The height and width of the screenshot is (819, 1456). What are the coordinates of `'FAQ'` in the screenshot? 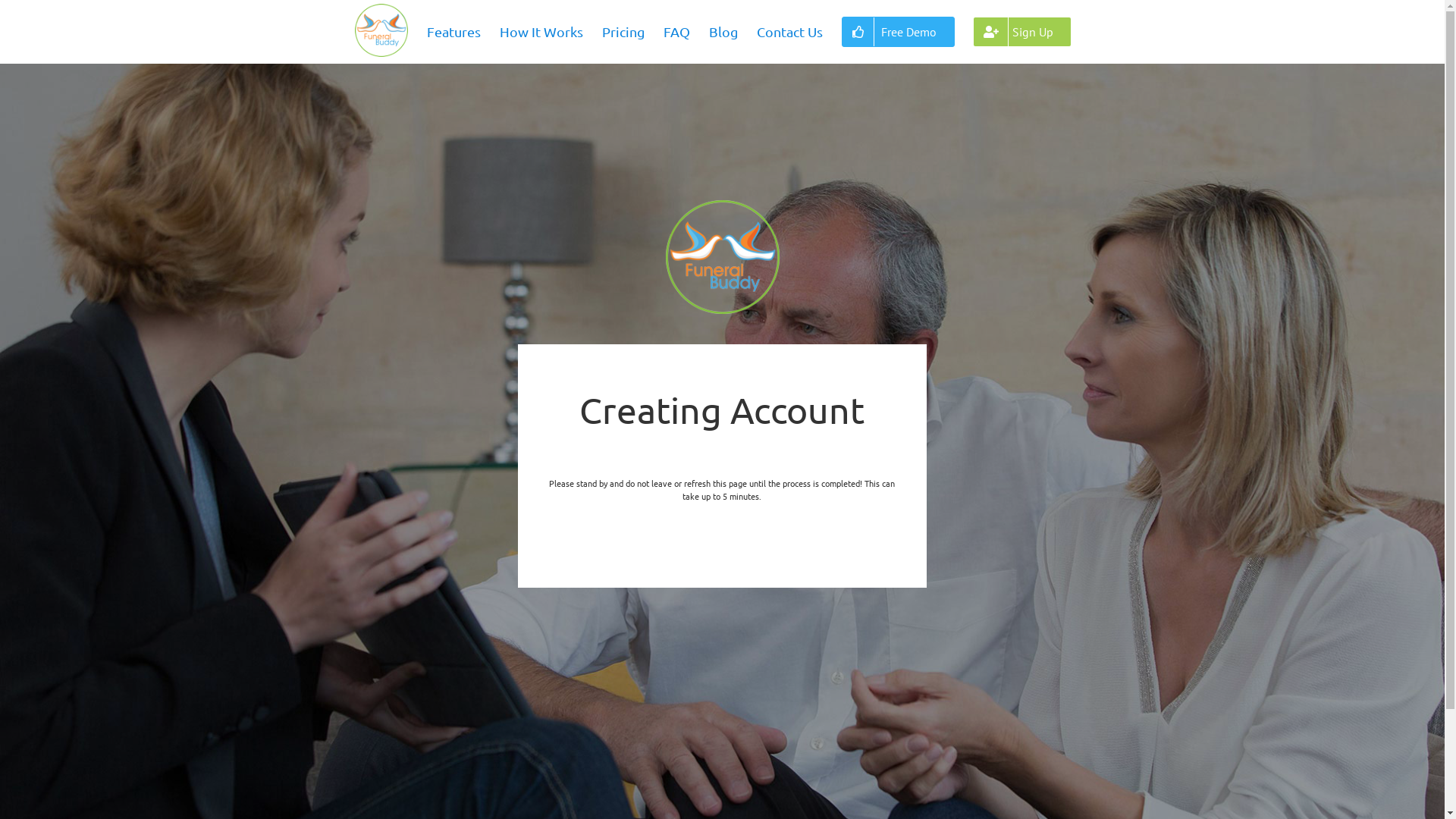 It's located at (676, 32).